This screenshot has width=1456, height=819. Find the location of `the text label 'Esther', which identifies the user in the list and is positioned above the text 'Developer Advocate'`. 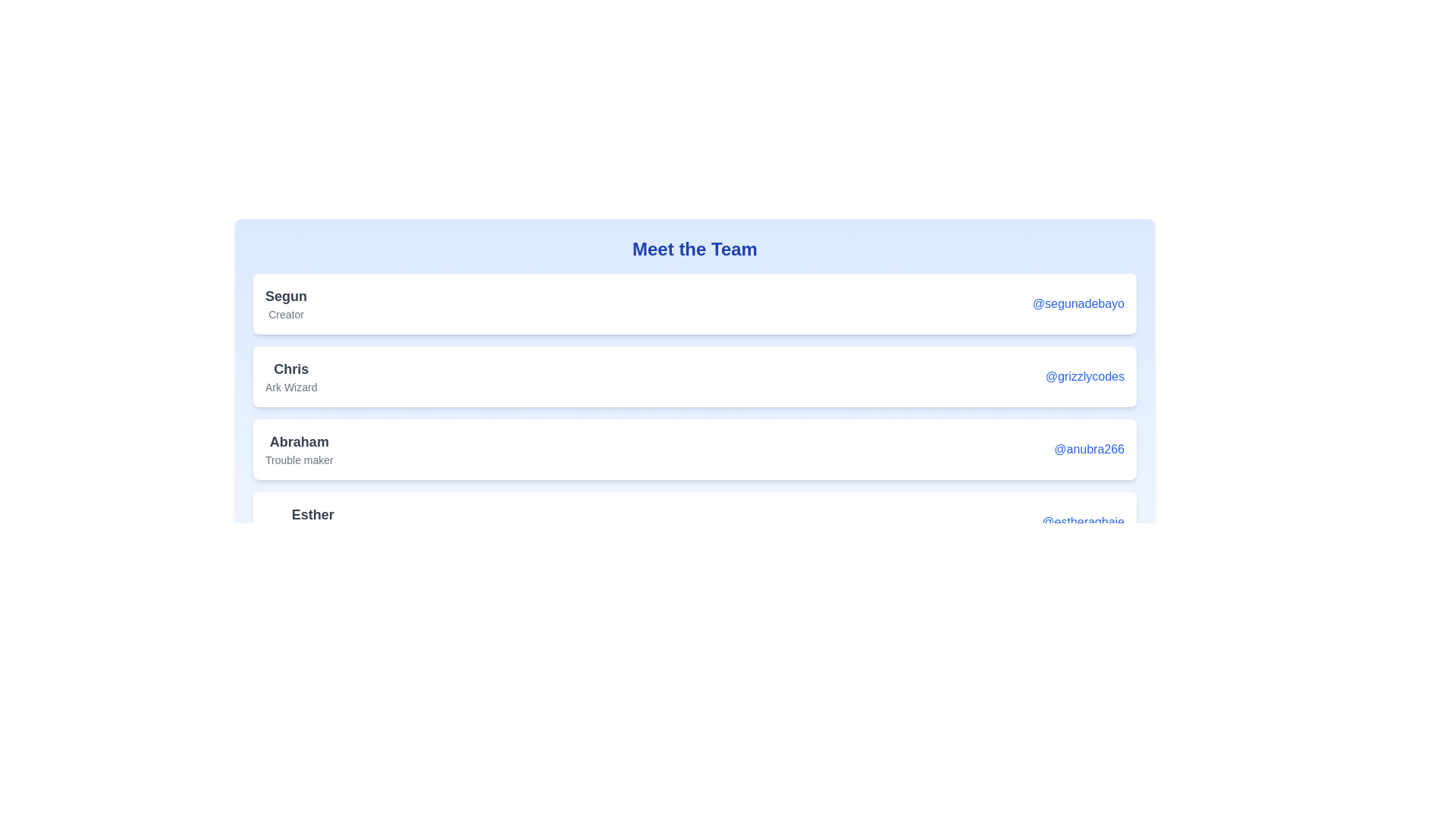

the text label 'Esther', which identifies the user in the list and is positioned above the text 'Developer Advocate' is located at coordinates (312, 513).